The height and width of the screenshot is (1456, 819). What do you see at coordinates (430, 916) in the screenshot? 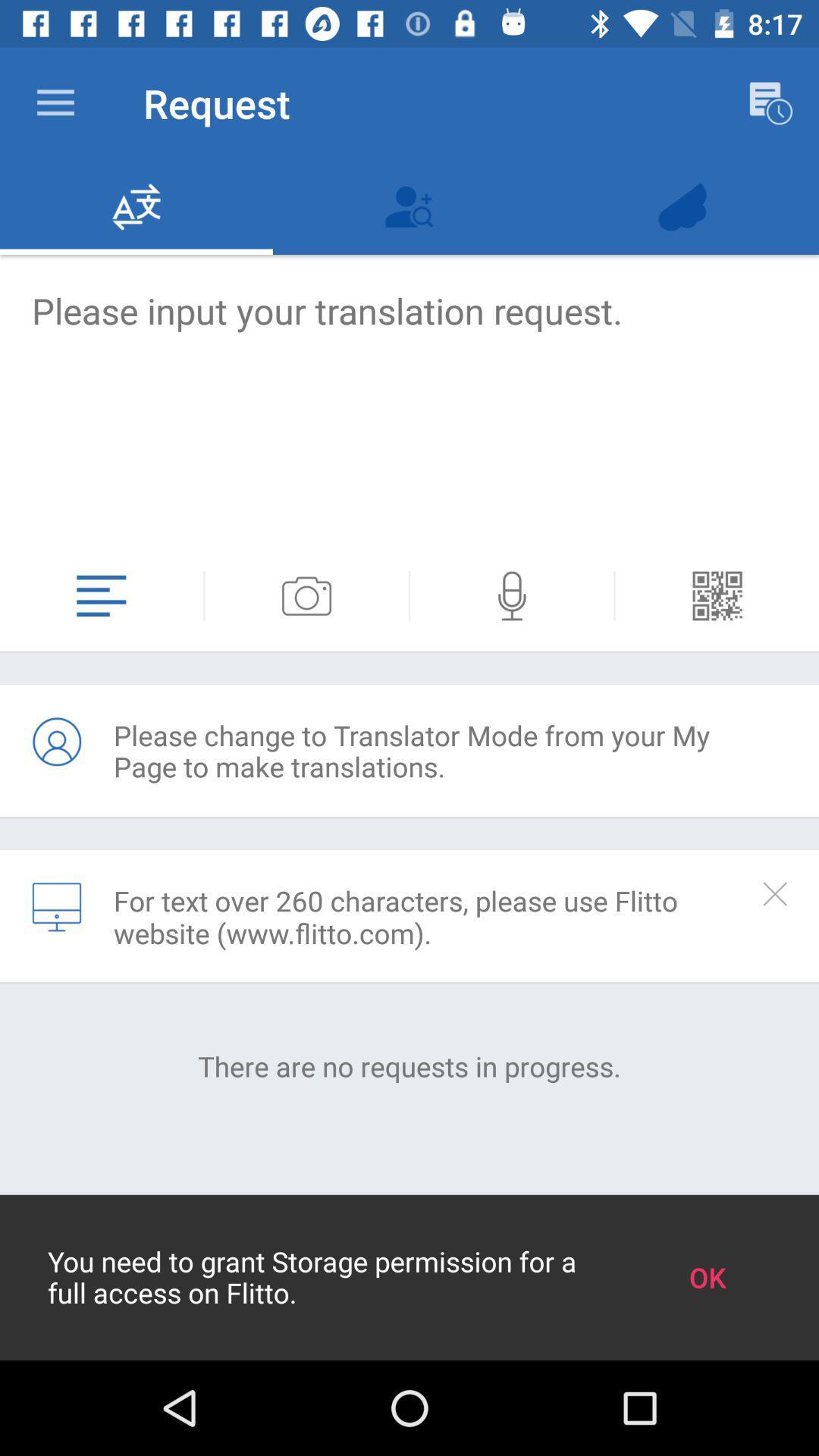
I see `icon above the there are no icon` at bounding box center [430, 916].